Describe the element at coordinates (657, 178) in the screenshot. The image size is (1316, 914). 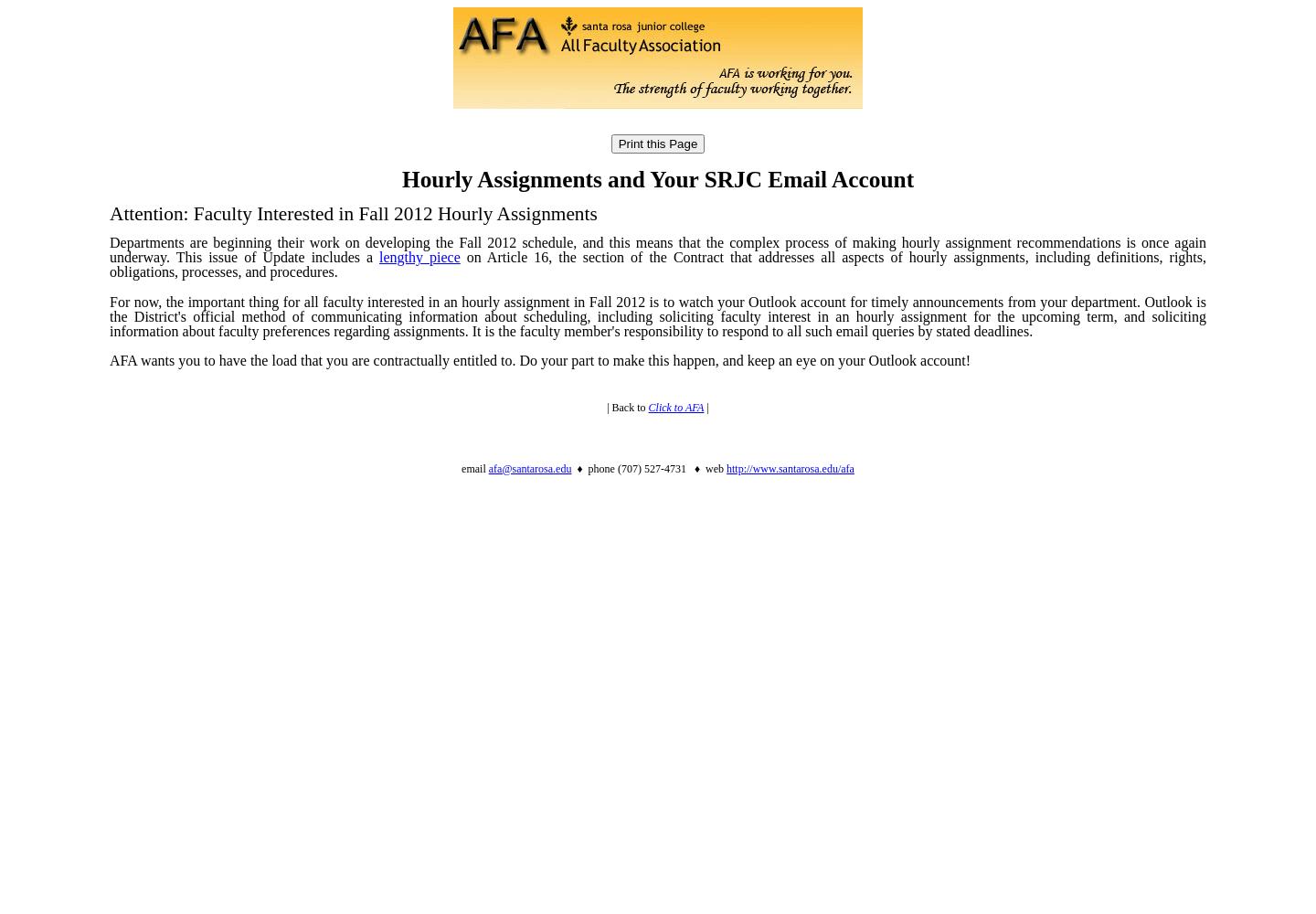
I see `'Hourly Assignments and Your SRJC Email Account'` at that location.